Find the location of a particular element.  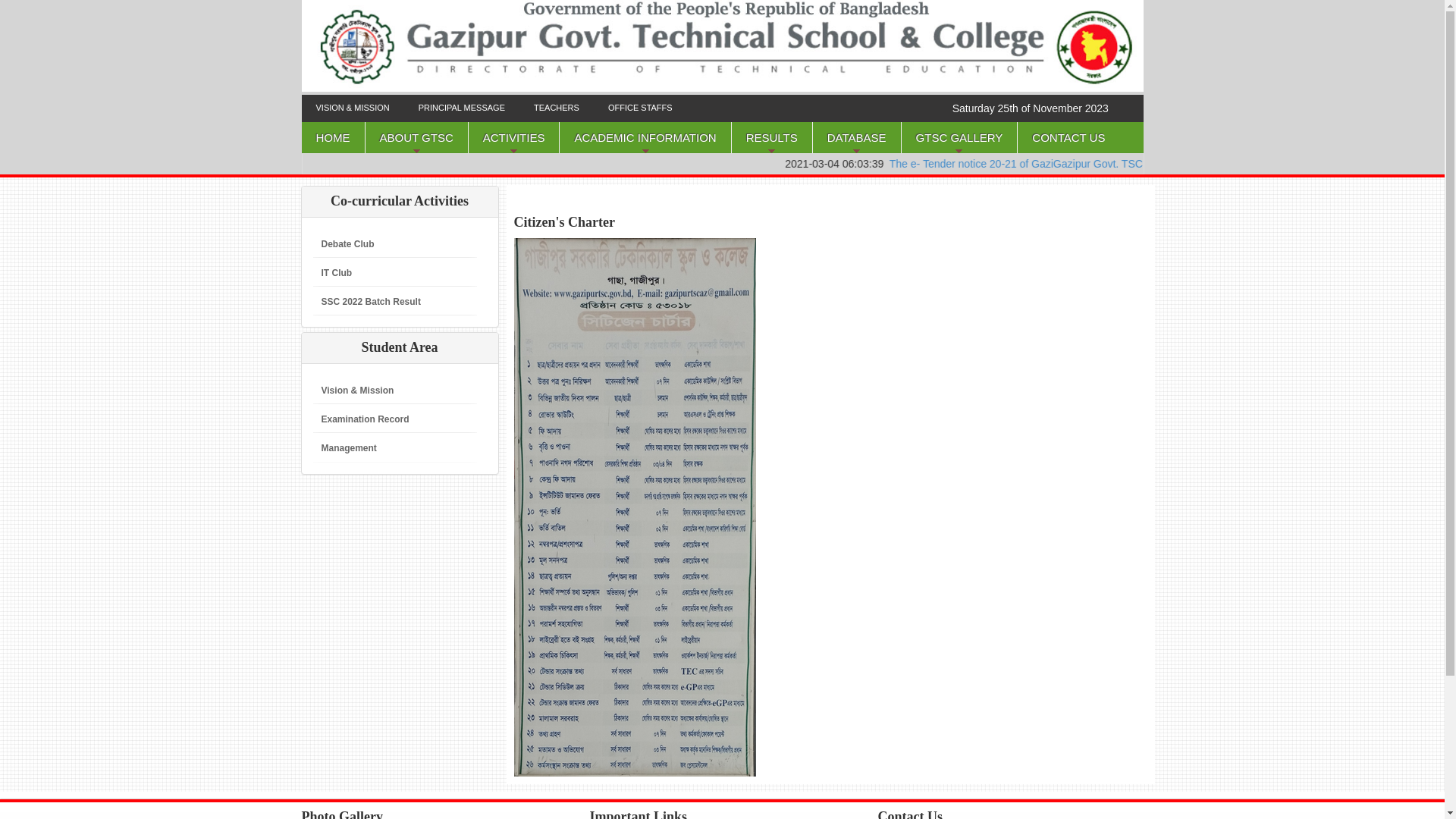

'ABOUT GTSC' is located at coordinates (417, 137).